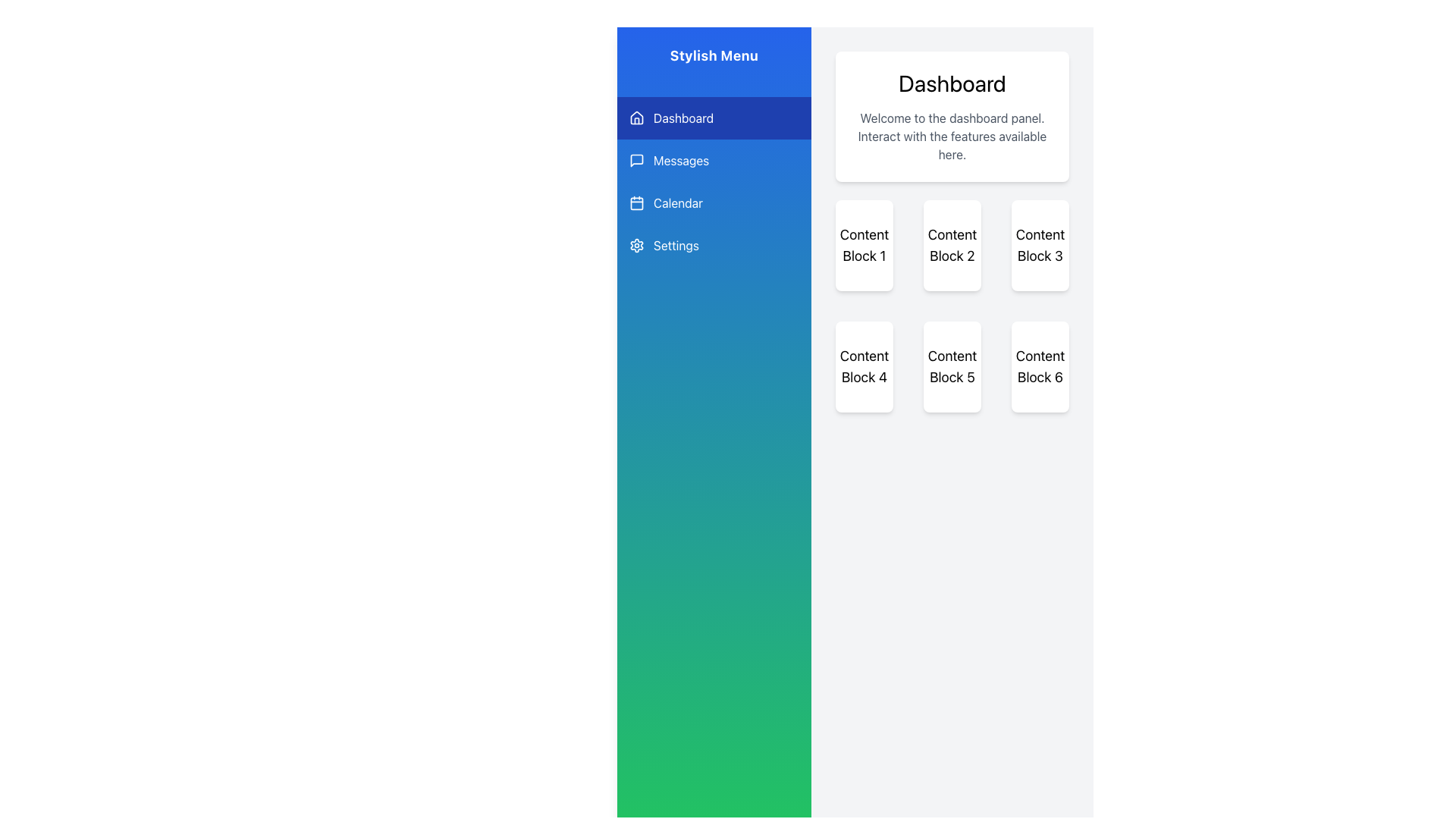 This screenshot has height=819, width=1456. What do you see at coordinates (637, 161) in the screenshot?
I see `the icon located to the left of the 'Messages' label in the sidebar menu to interact with or select the Messages menu` at bounding box center [637, 161].